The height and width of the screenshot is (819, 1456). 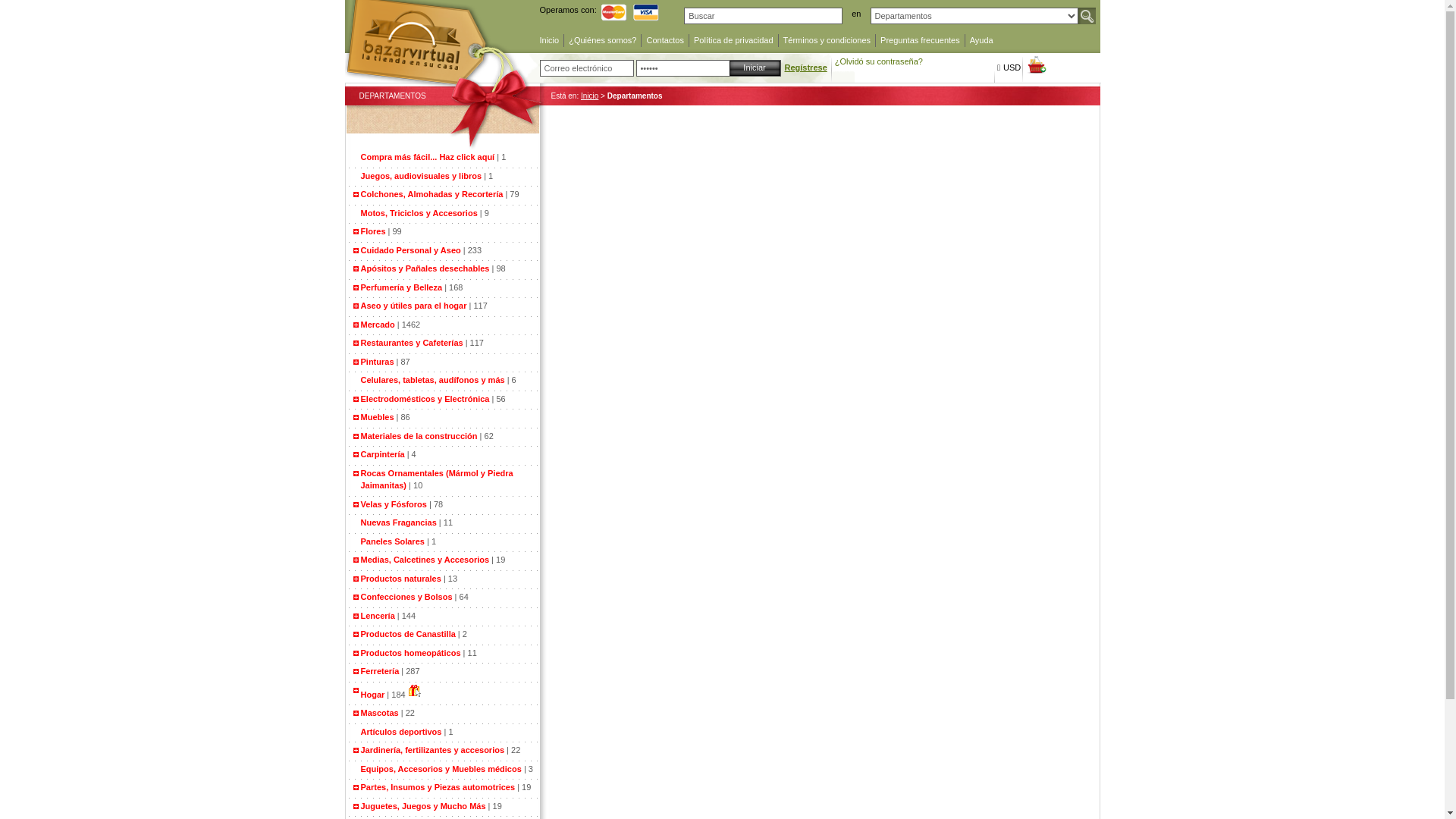 I want to click on 'Mercado', so click(x=378, y=324).